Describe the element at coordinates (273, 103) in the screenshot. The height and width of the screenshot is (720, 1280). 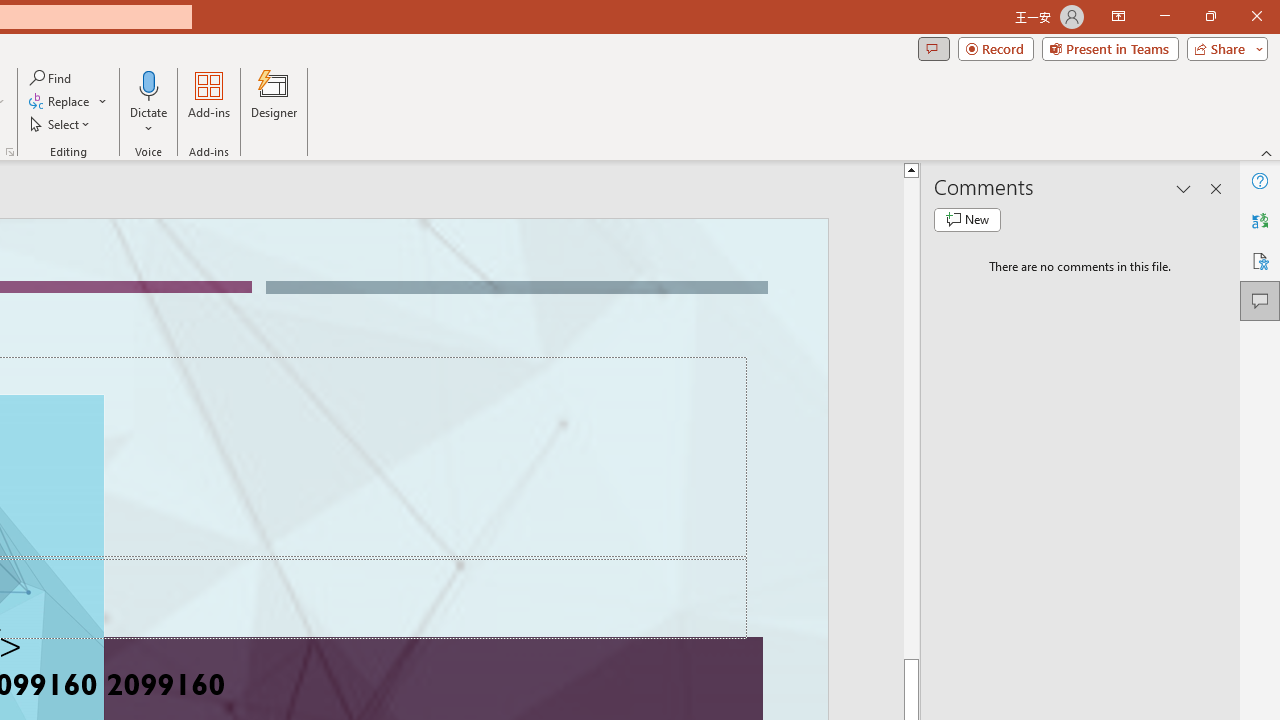
I see `'Designer'` at that location.